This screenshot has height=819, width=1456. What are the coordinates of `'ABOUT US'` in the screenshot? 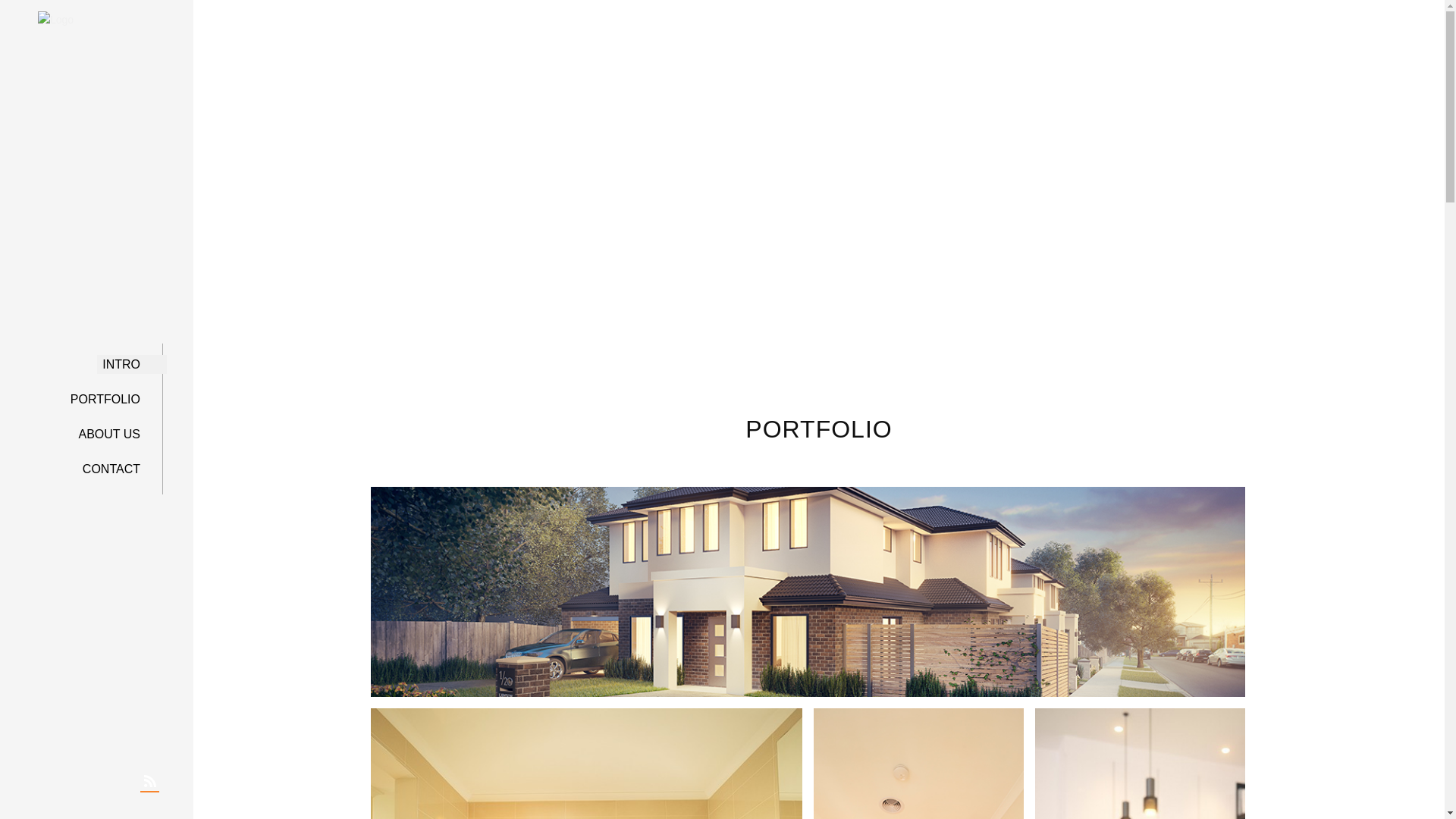 It's located at (115, 435).